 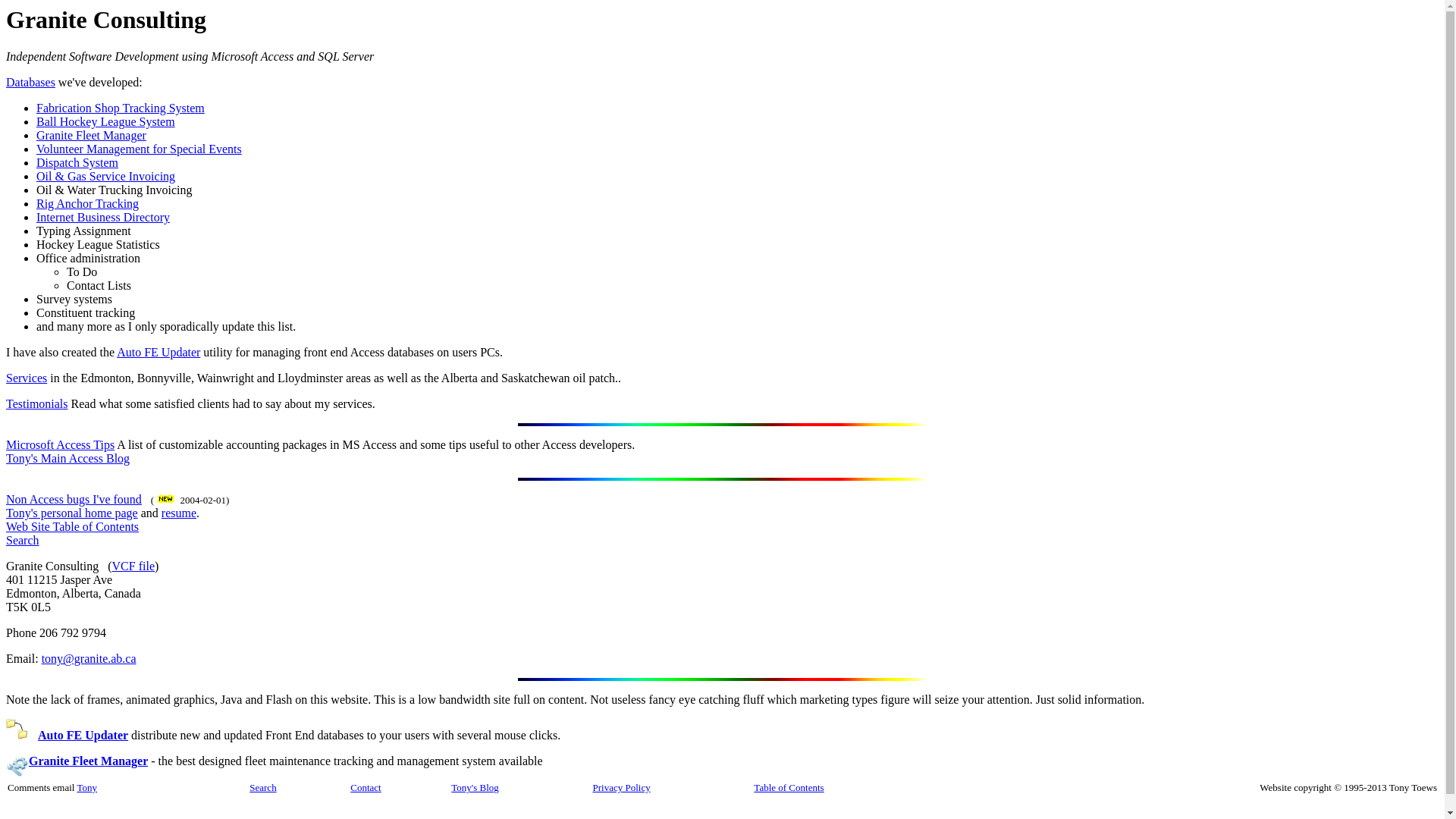 What do you see at coordinates (73, 499) in the screenshot?
I see `'Non Access bugs I've found'` at bounding box center [73, 499].